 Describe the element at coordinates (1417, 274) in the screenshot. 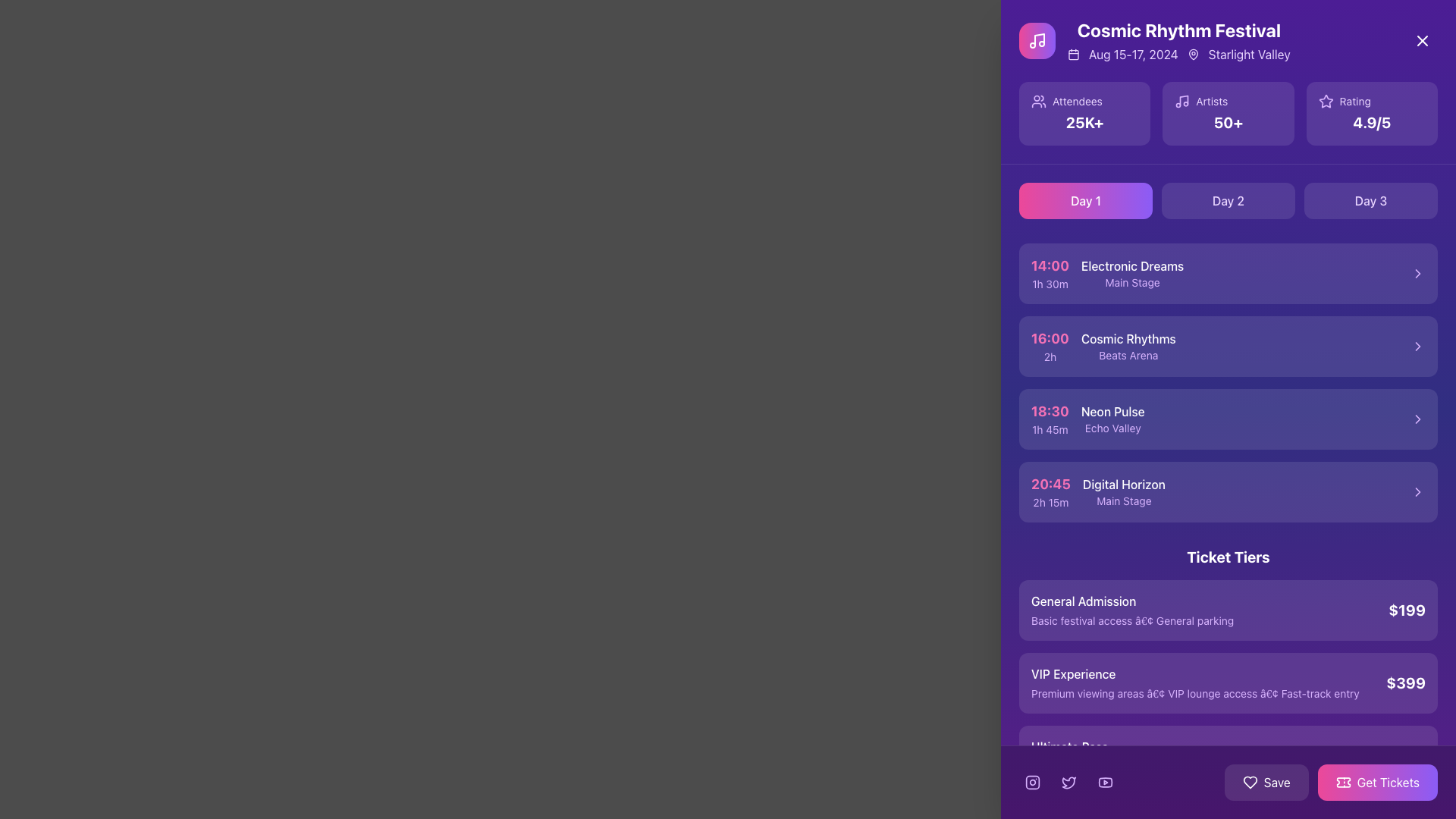

I see `the Chevron Right icon at the far right end of the 'Electronic Dreams' event row` at that location.